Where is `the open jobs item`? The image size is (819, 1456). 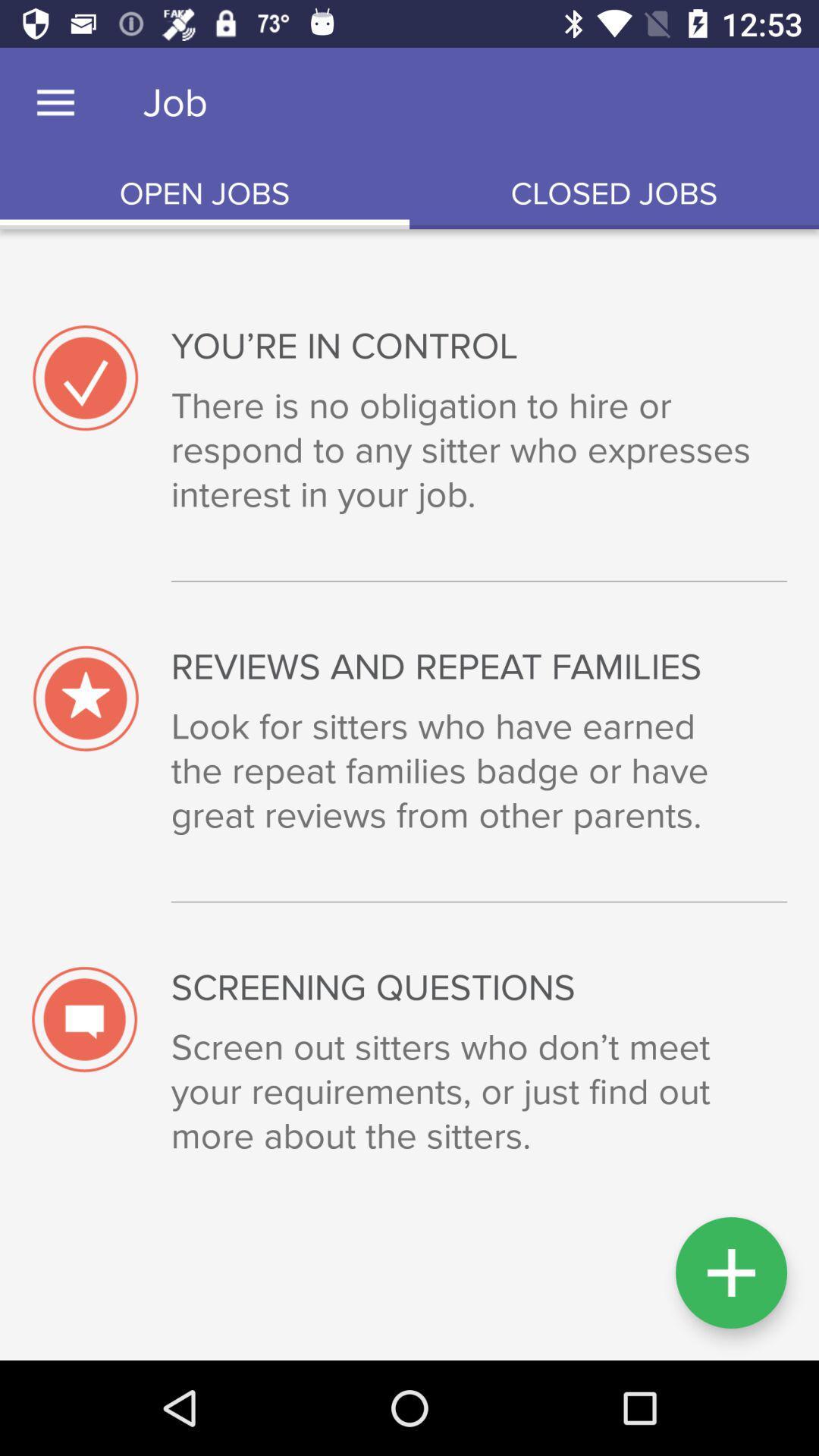
the open jobs item is located at coordinates (205, 193).